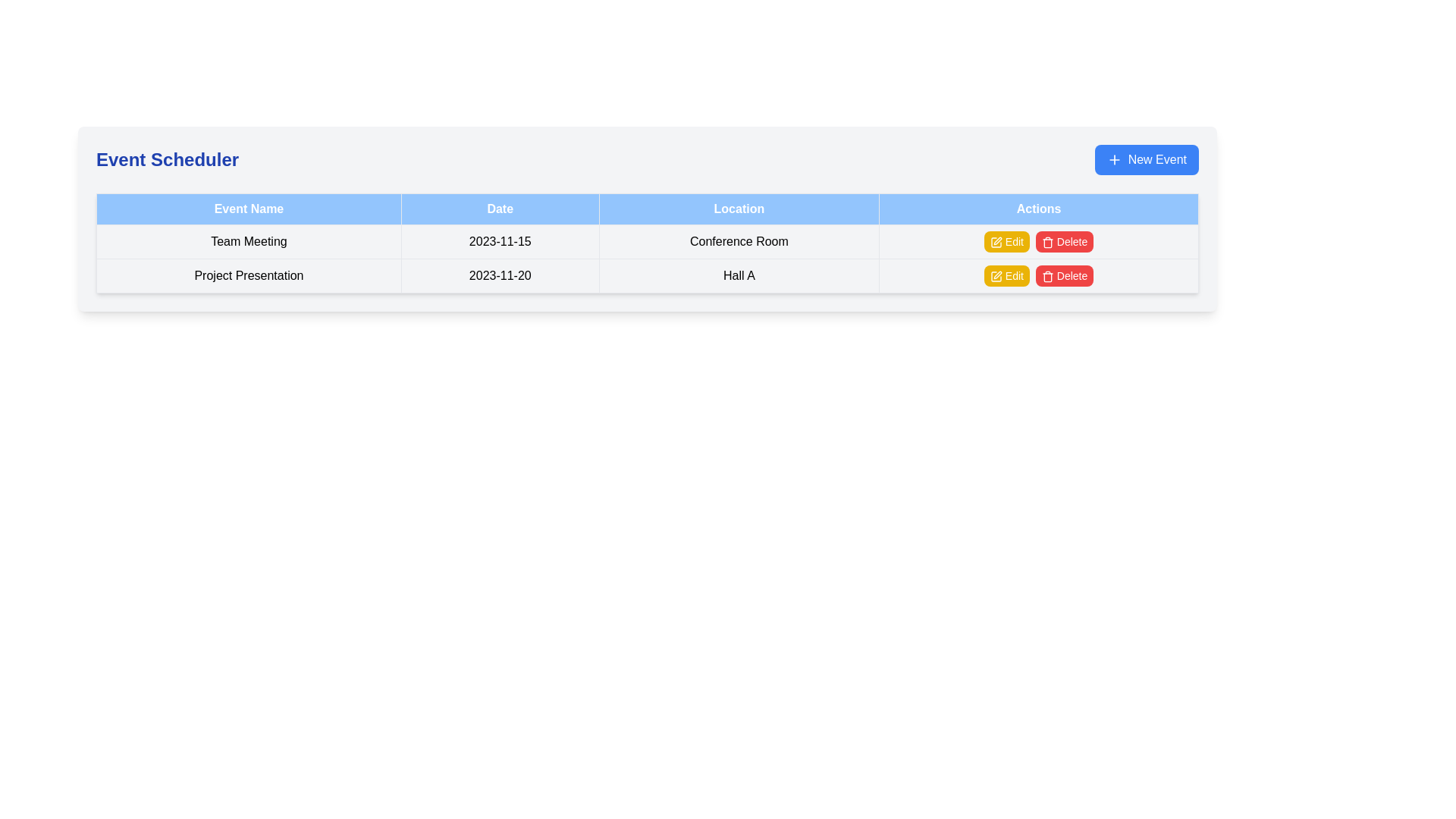 Image resolution: width=1456 pixels, height=819 pixels. Describe the element at coordinates (1038, 241) in the screenshot. I see `the interactive buttons in the 'Actions' column of the first row` at that location.